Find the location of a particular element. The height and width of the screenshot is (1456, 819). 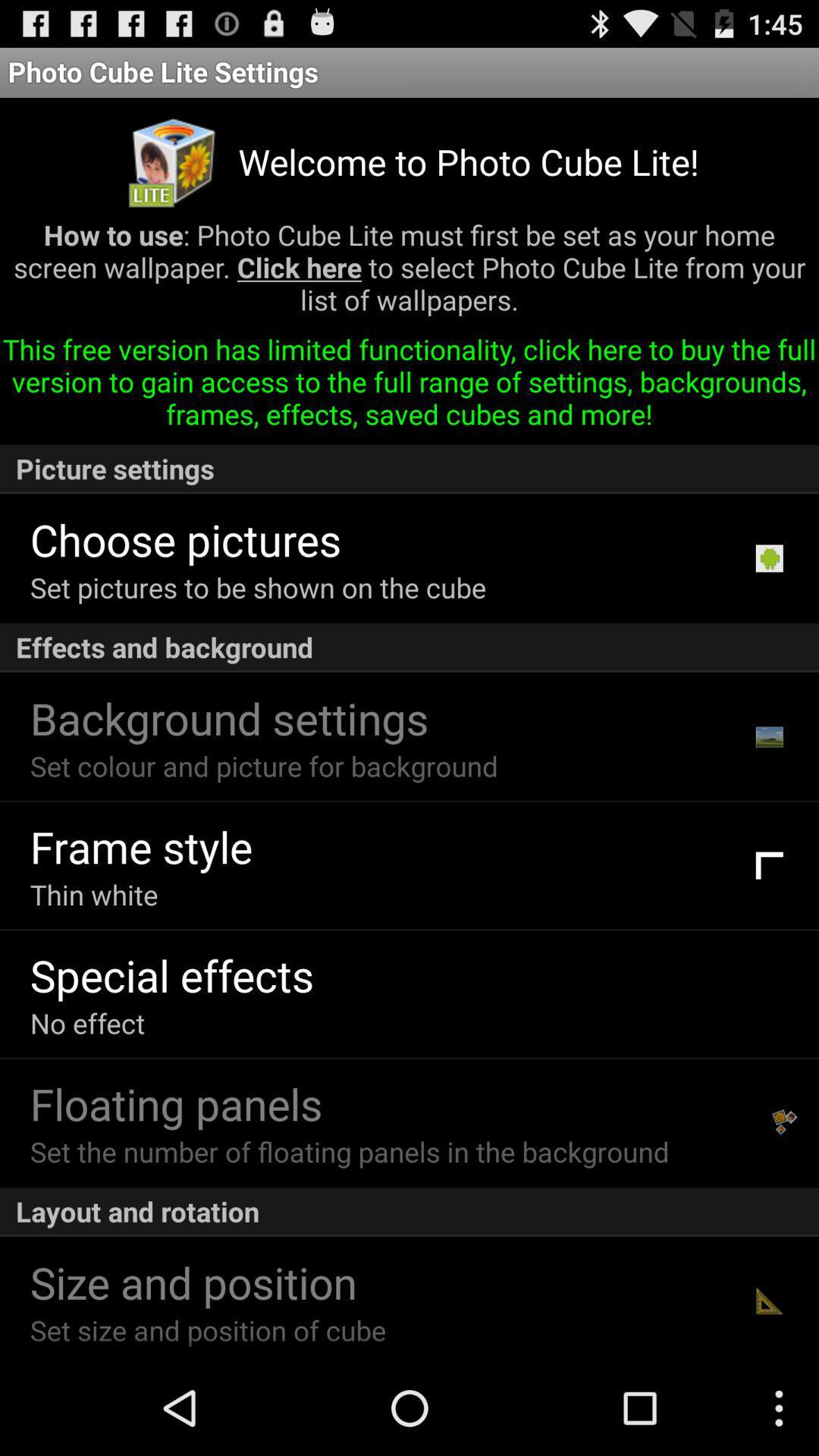

item next to set the number is located at coordinates (785, 1122).